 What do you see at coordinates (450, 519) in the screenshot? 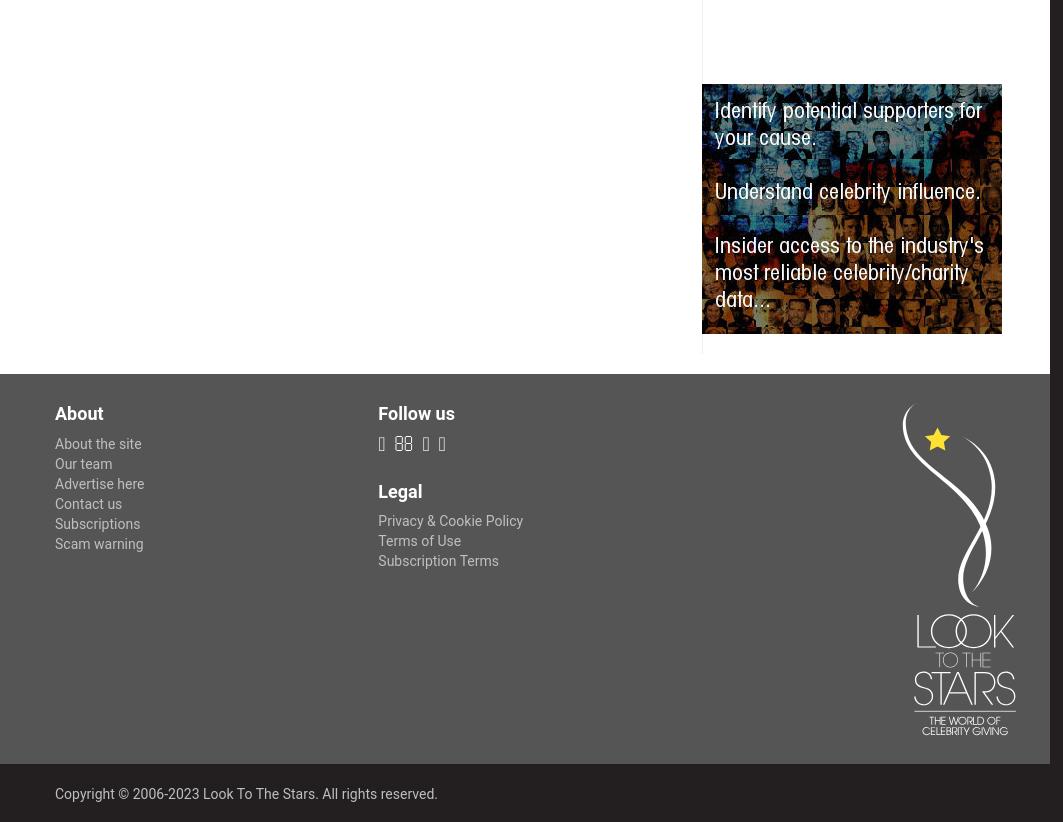
I see `'Privacy & Cookie Policy'` at bounding box center [450, 519].